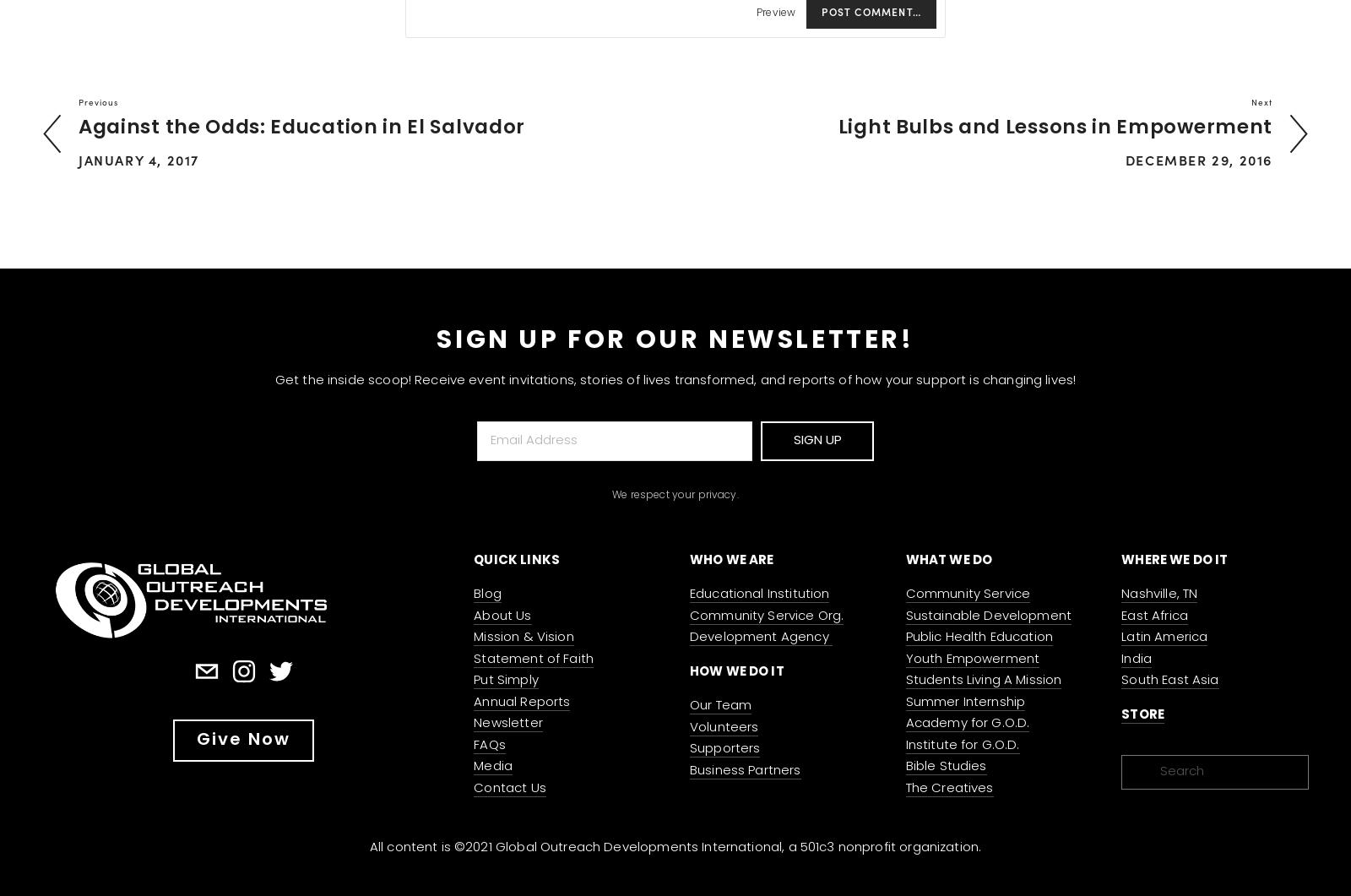 Image resolution: width=1351 pixels, height=896 pixels. I want to click on 'Blog', so click(472, 594).